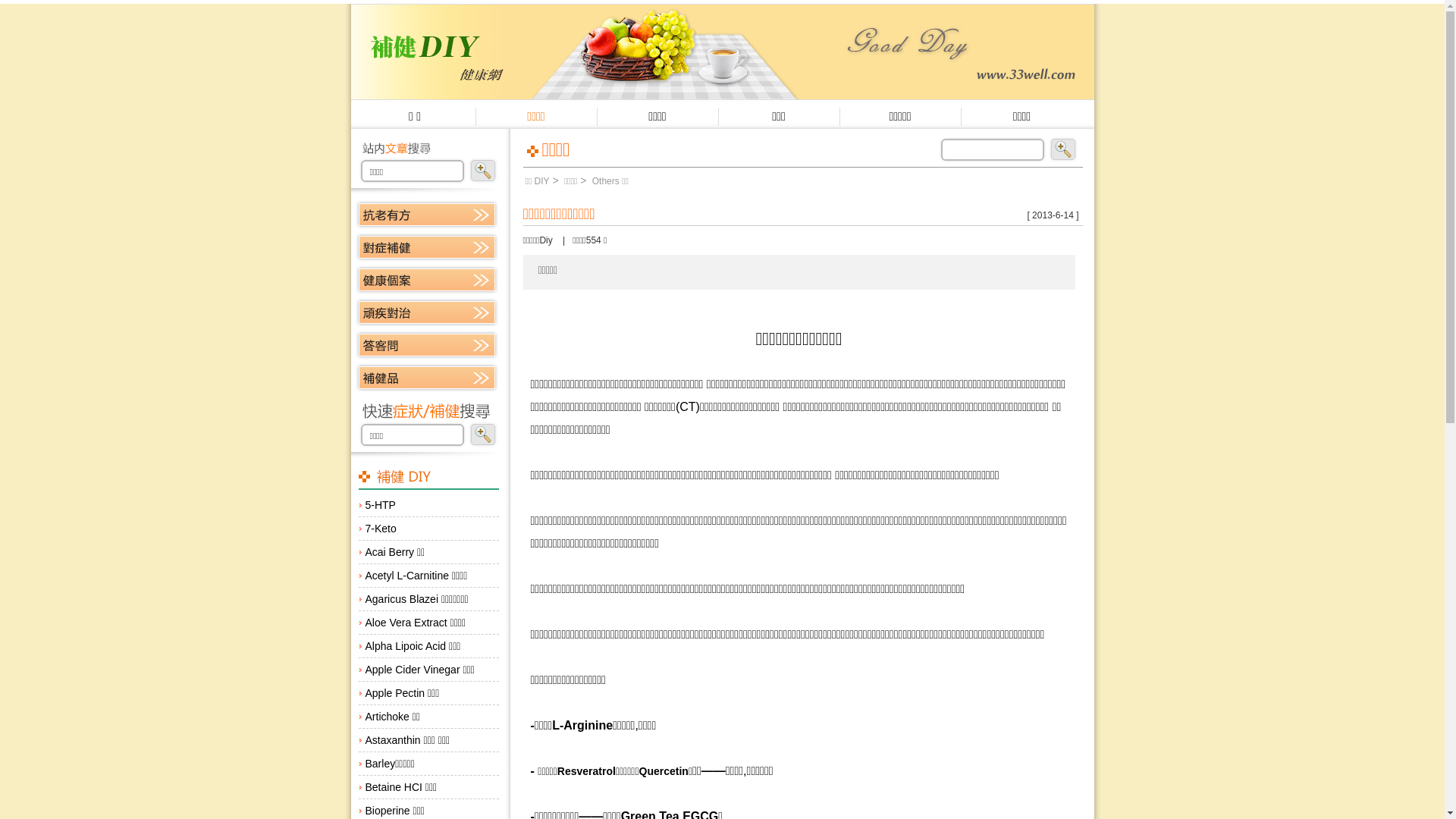 The image size is (1456, 819). What do you see at coordinates (427, 528) in the screenshot?
I see `'7-Keto'` at bounding box center [427, 528].